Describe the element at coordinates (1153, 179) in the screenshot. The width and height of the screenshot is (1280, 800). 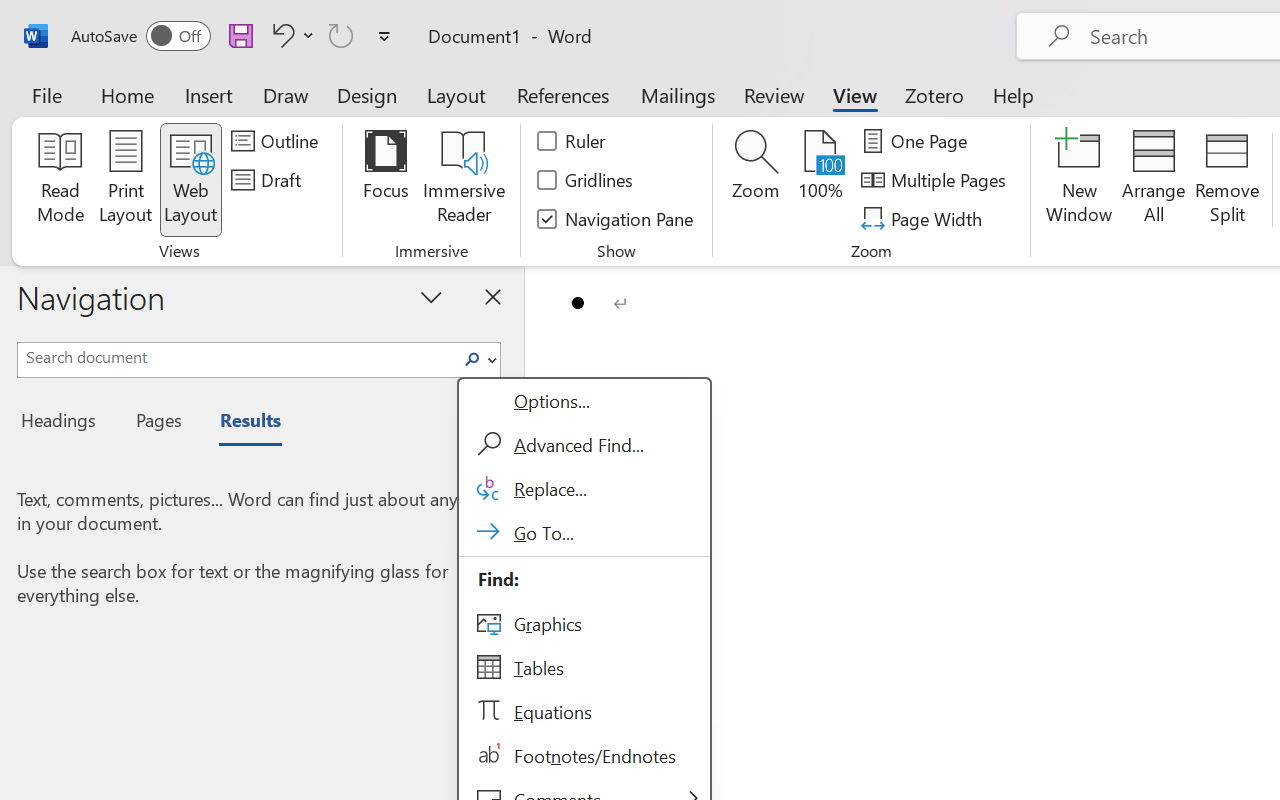
I see `'Arrange All'` at that location.